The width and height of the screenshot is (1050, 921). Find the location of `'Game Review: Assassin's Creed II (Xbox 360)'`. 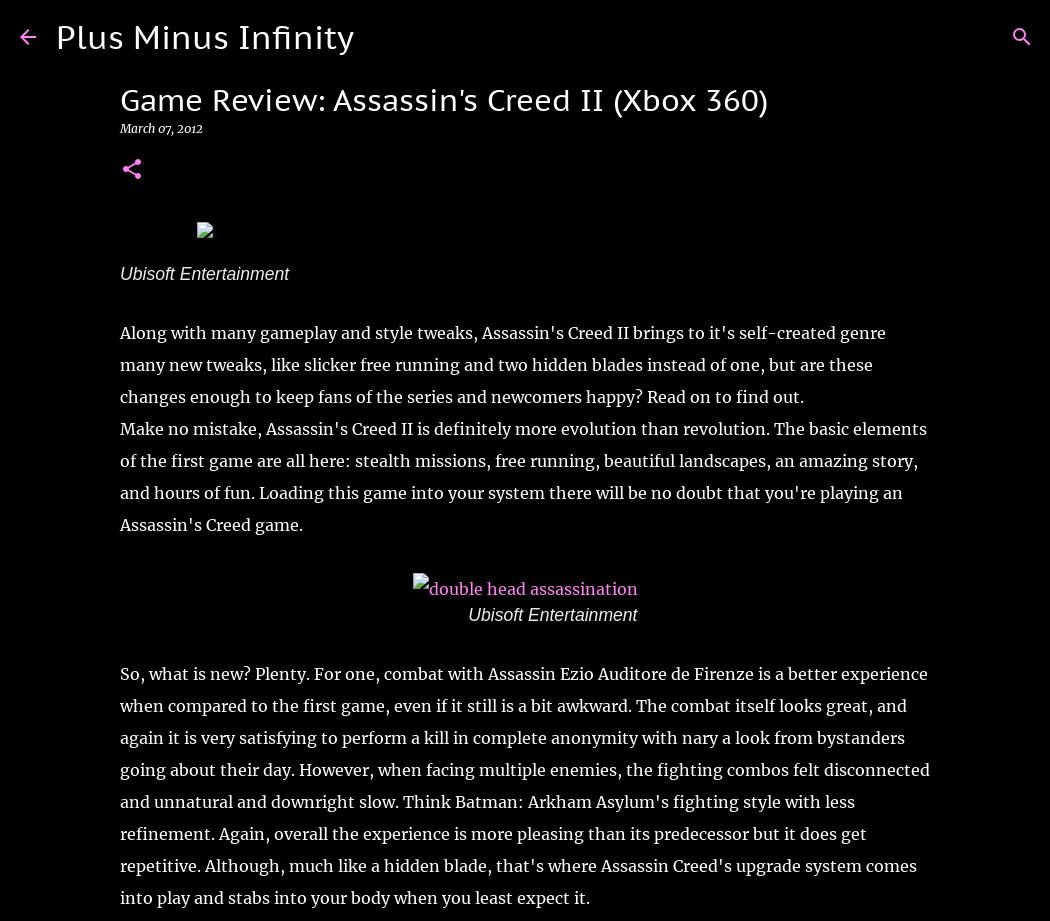

'Game Review: Assassin's Creed II (Xbox 360)' is located at coordinates (443, 98).